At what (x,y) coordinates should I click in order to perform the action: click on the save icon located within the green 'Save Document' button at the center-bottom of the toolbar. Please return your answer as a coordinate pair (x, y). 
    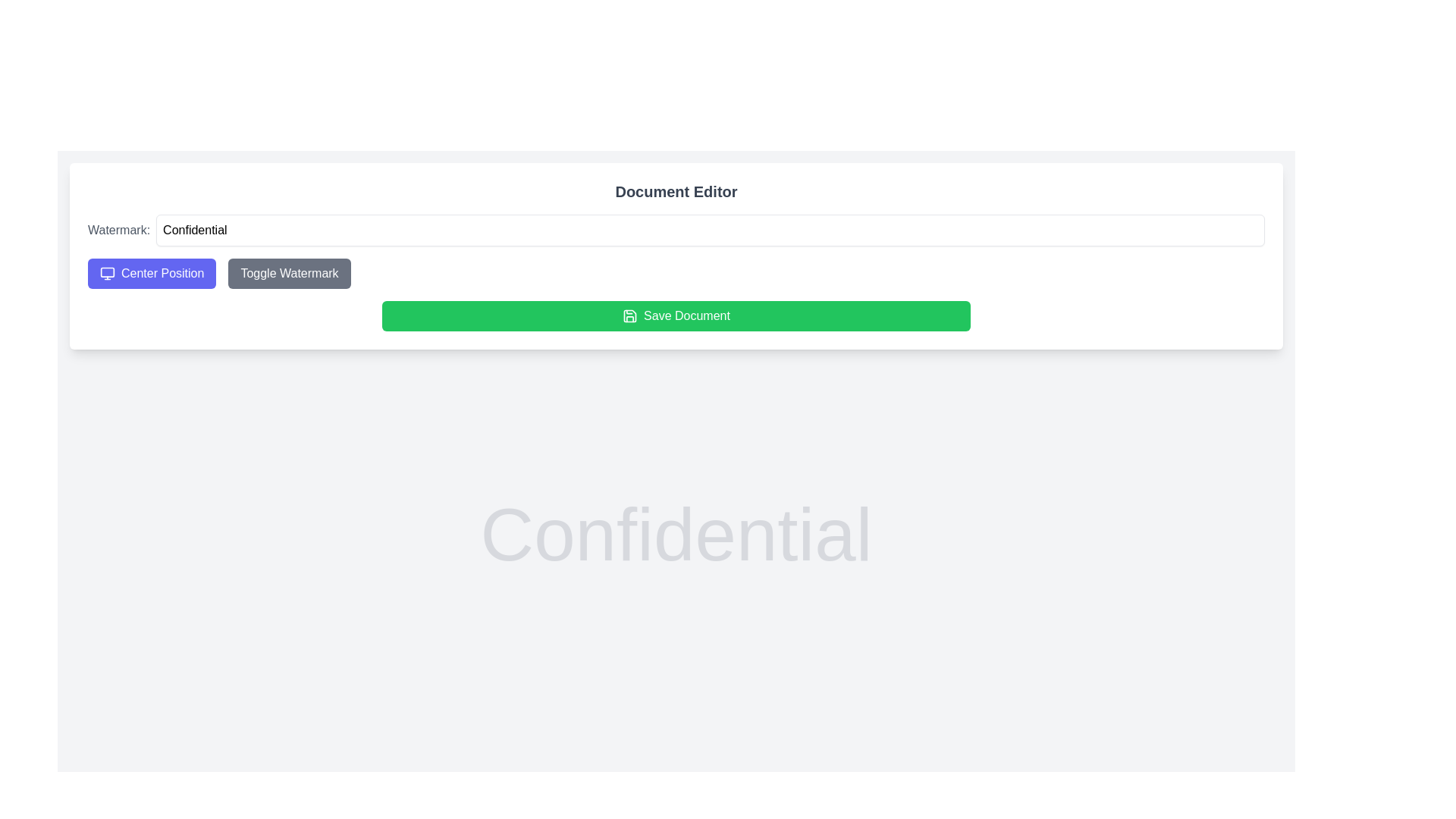
    Looking at the image, I should click on (630, 315).